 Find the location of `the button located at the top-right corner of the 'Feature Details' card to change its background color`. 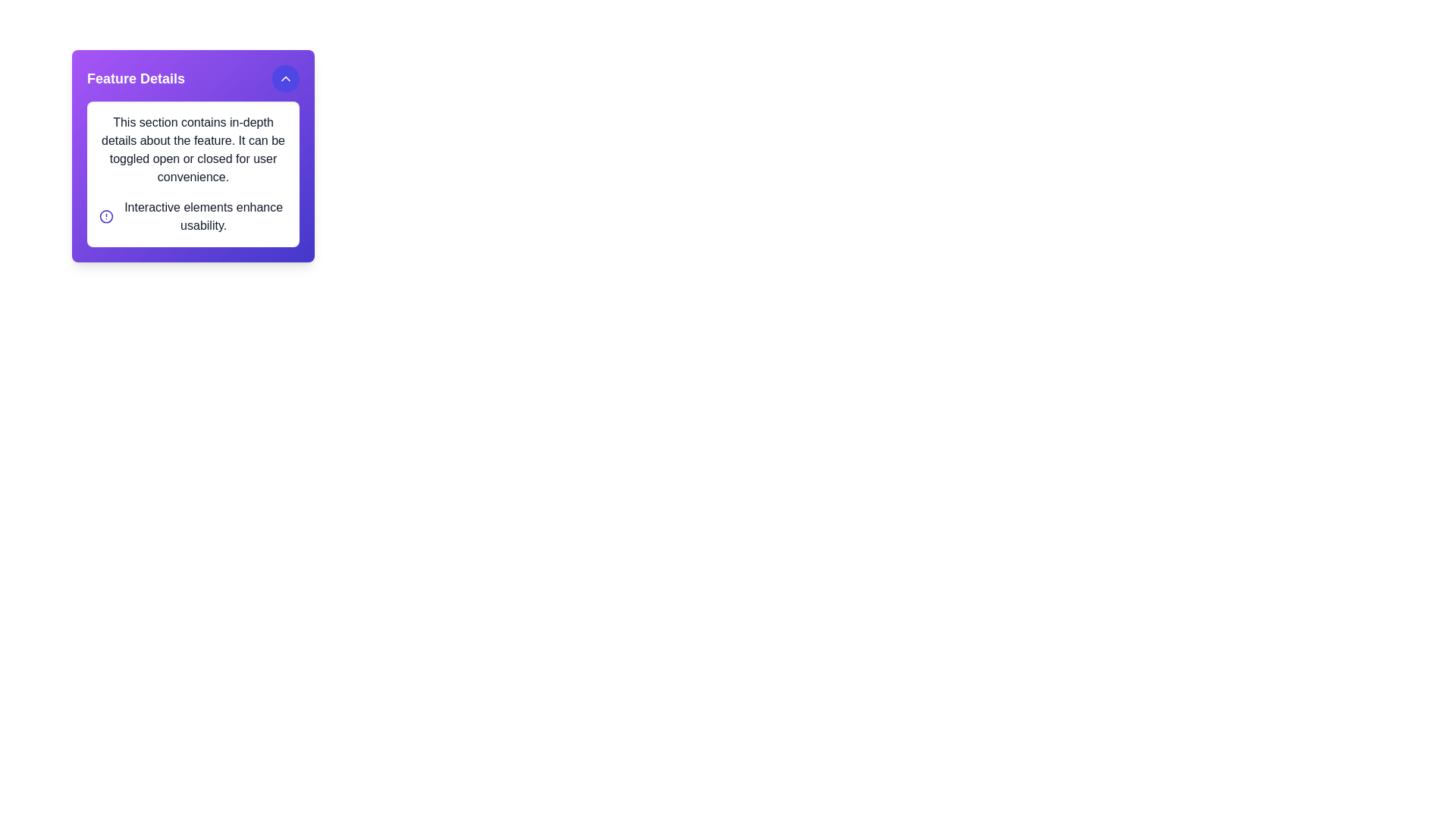

the button located at the top-right corner of the 'Feature Details' card to change its background color is located at coordinates (286, 79).